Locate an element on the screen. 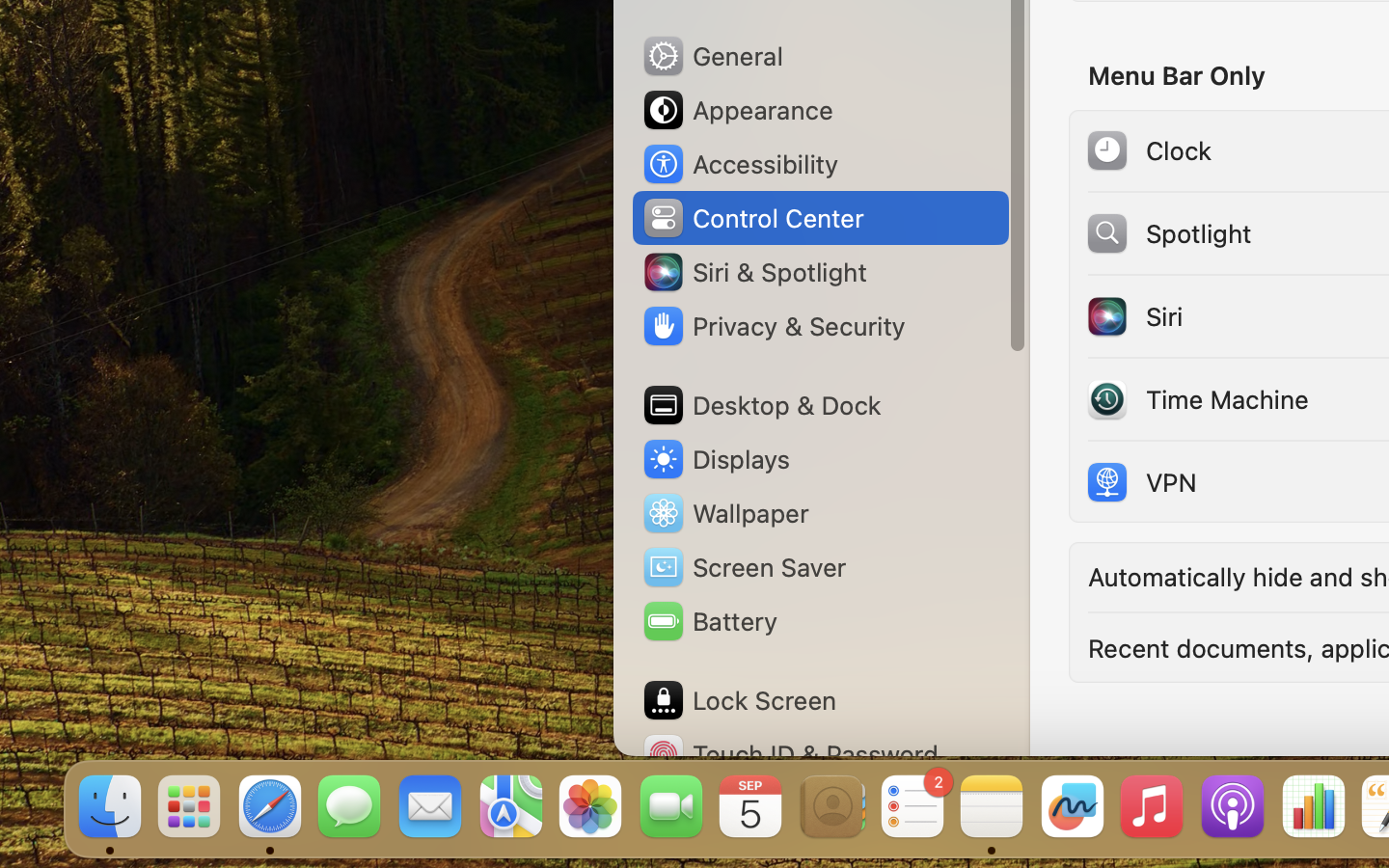  'Accessibility' is located at coordinates (738, 164).